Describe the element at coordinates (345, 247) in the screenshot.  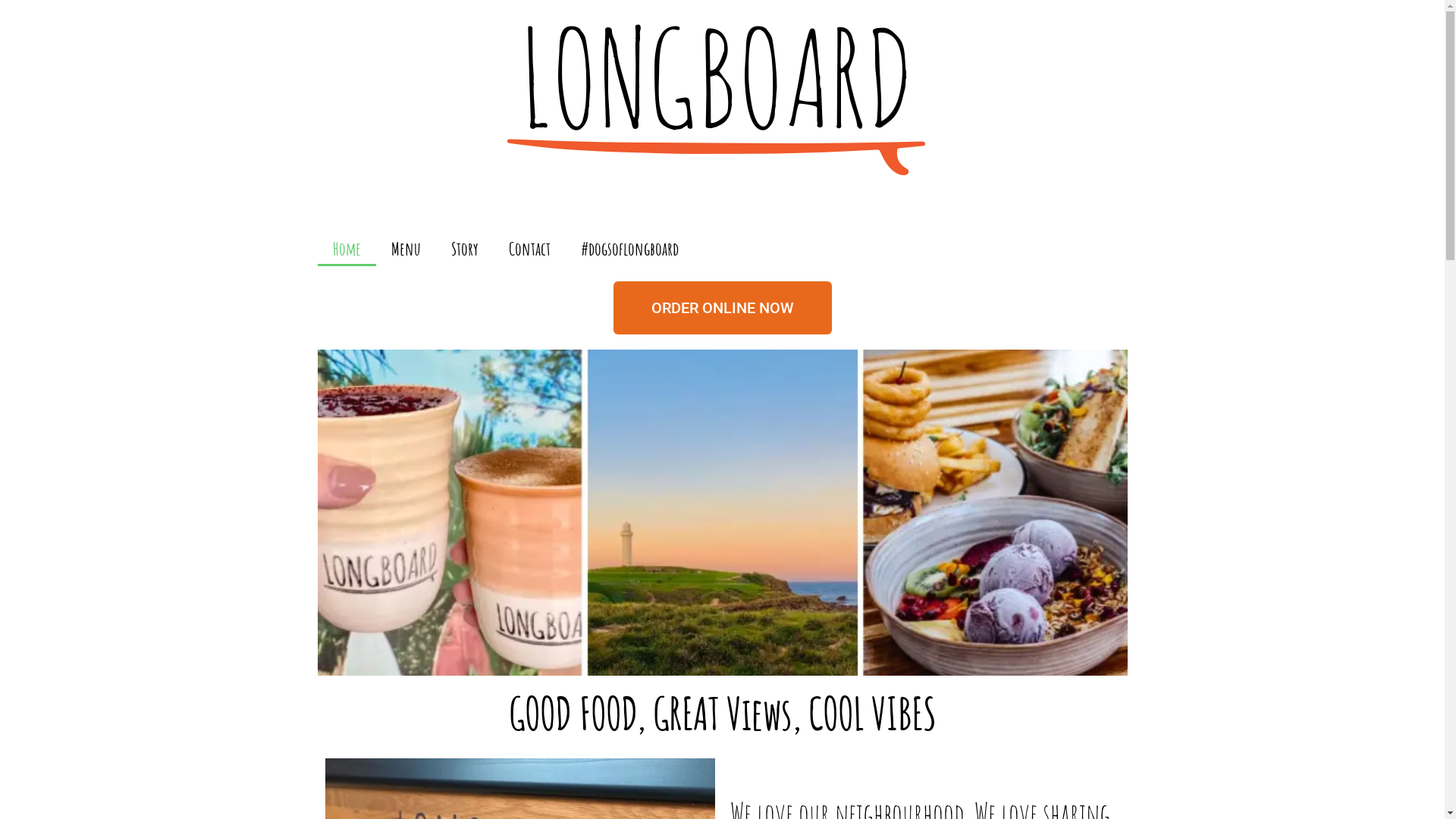
I see `'Home'` at that location.